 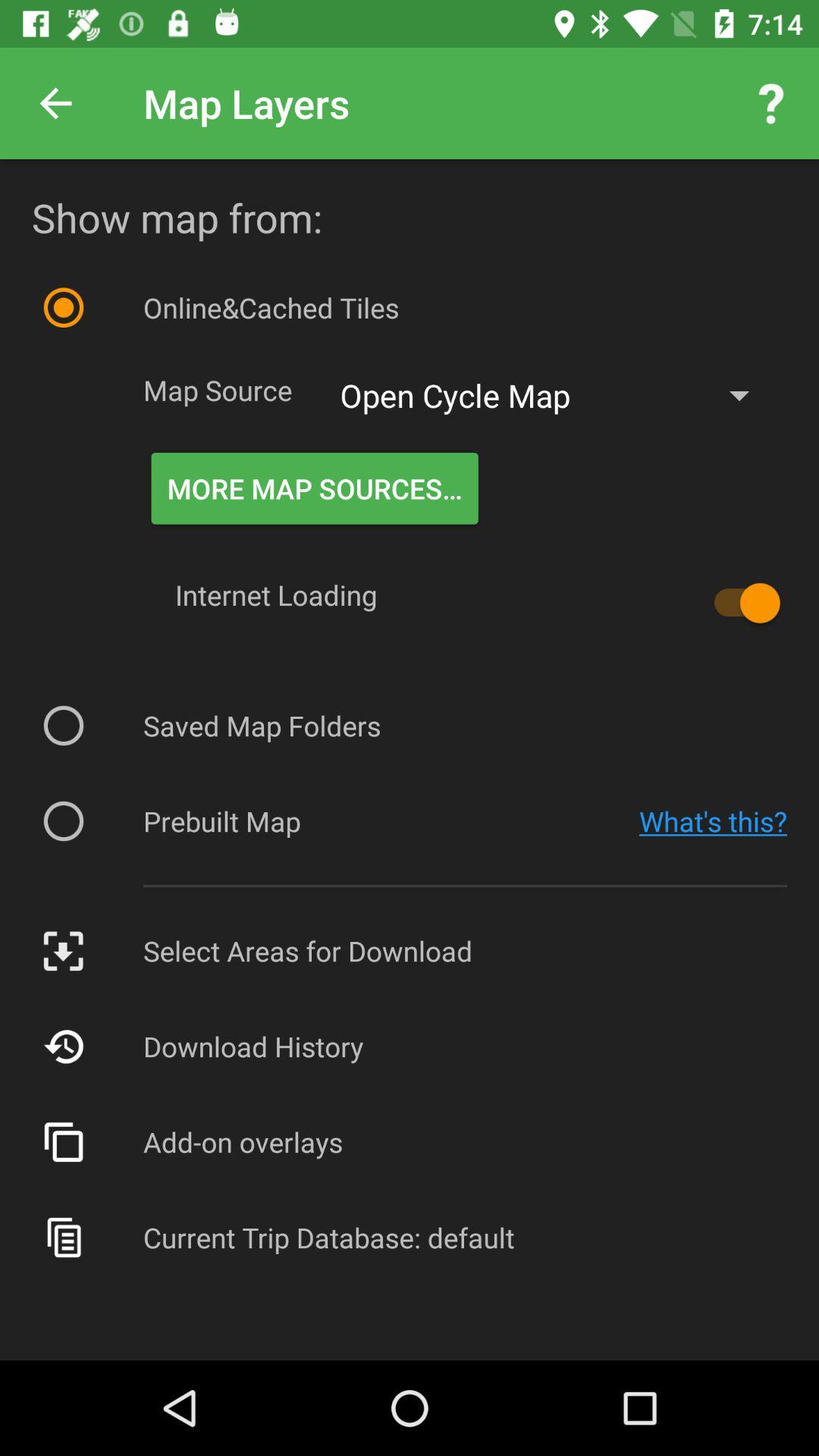 What do you see at coordinates (739, 602) in the screenshot?
I see `switch internet loading option` at bounding box center [739, 602].